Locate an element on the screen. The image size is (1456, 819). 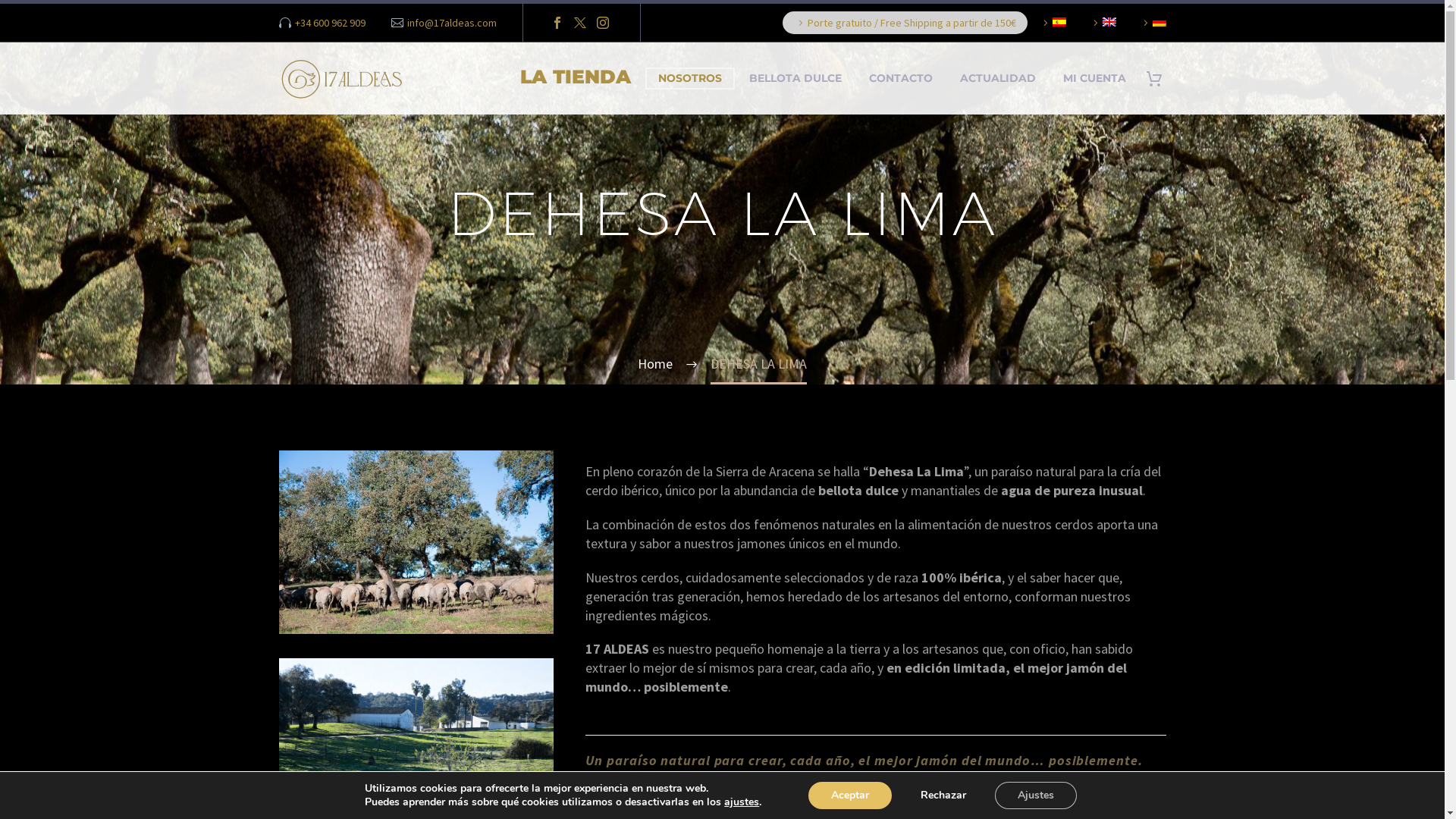
'Facebook' is located at coordinates (556, 23).